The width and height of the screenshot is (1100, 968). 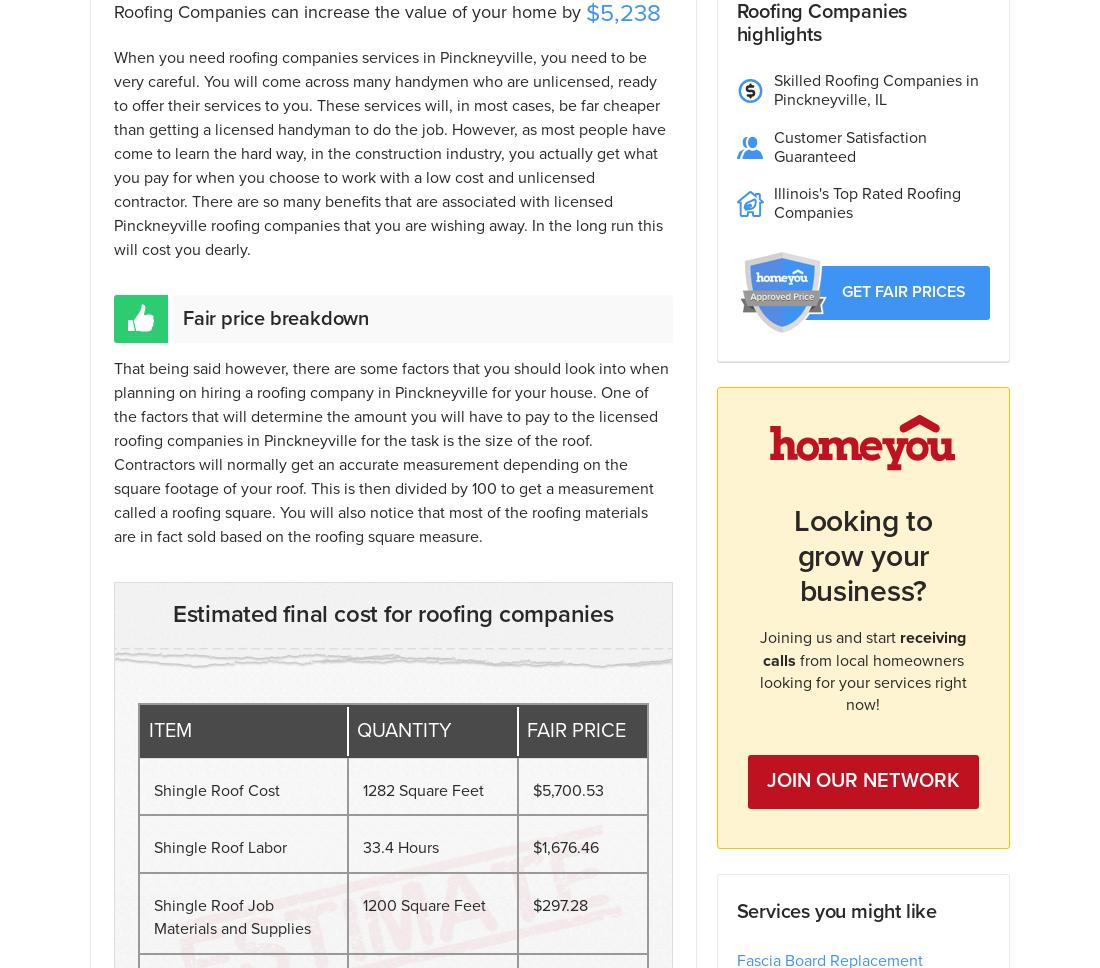 What do you see at coordinates (874, 90) in the screenshot?
I see `'Skilled Roofing Companies in Pinckneyville, IL'` at bounding box center [874, 90].